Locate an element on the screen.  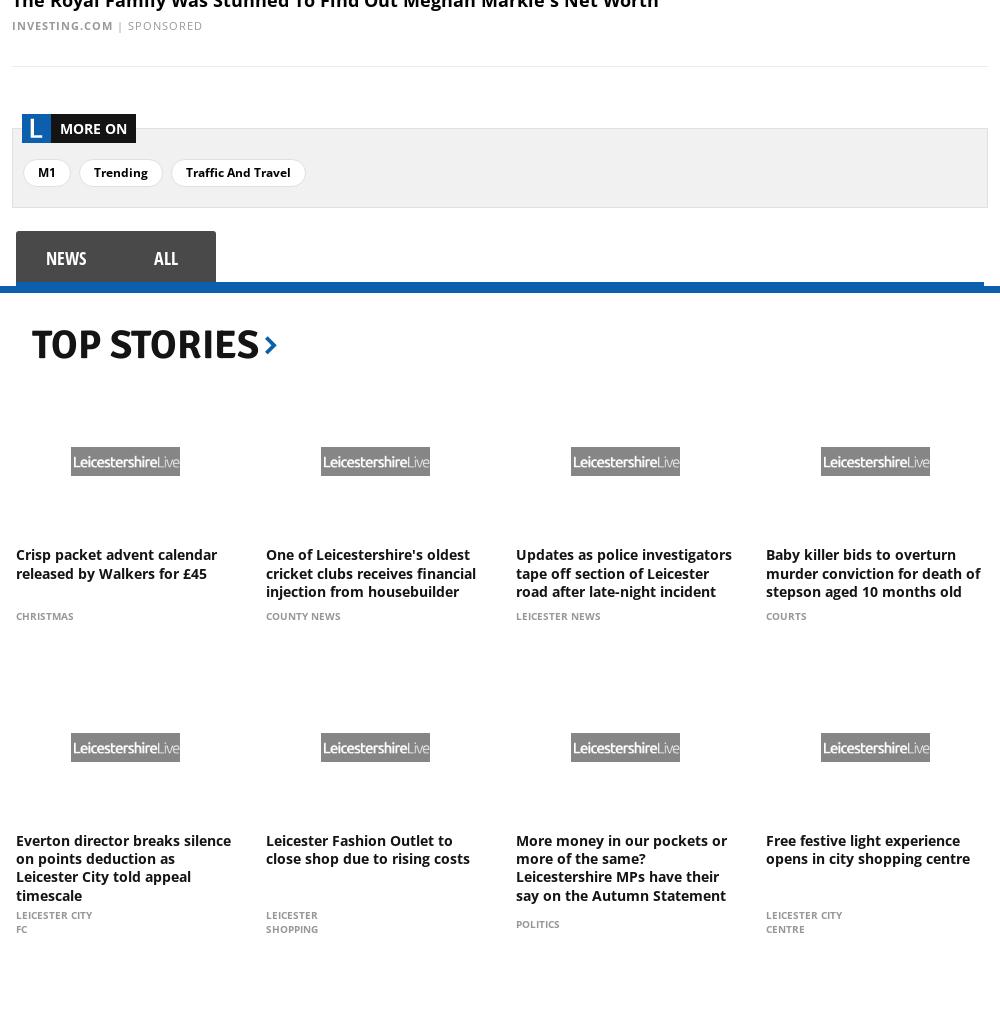
'Leicester Fashion Outlet to close shop due to rising costs' is located at coordinates (367, 848).